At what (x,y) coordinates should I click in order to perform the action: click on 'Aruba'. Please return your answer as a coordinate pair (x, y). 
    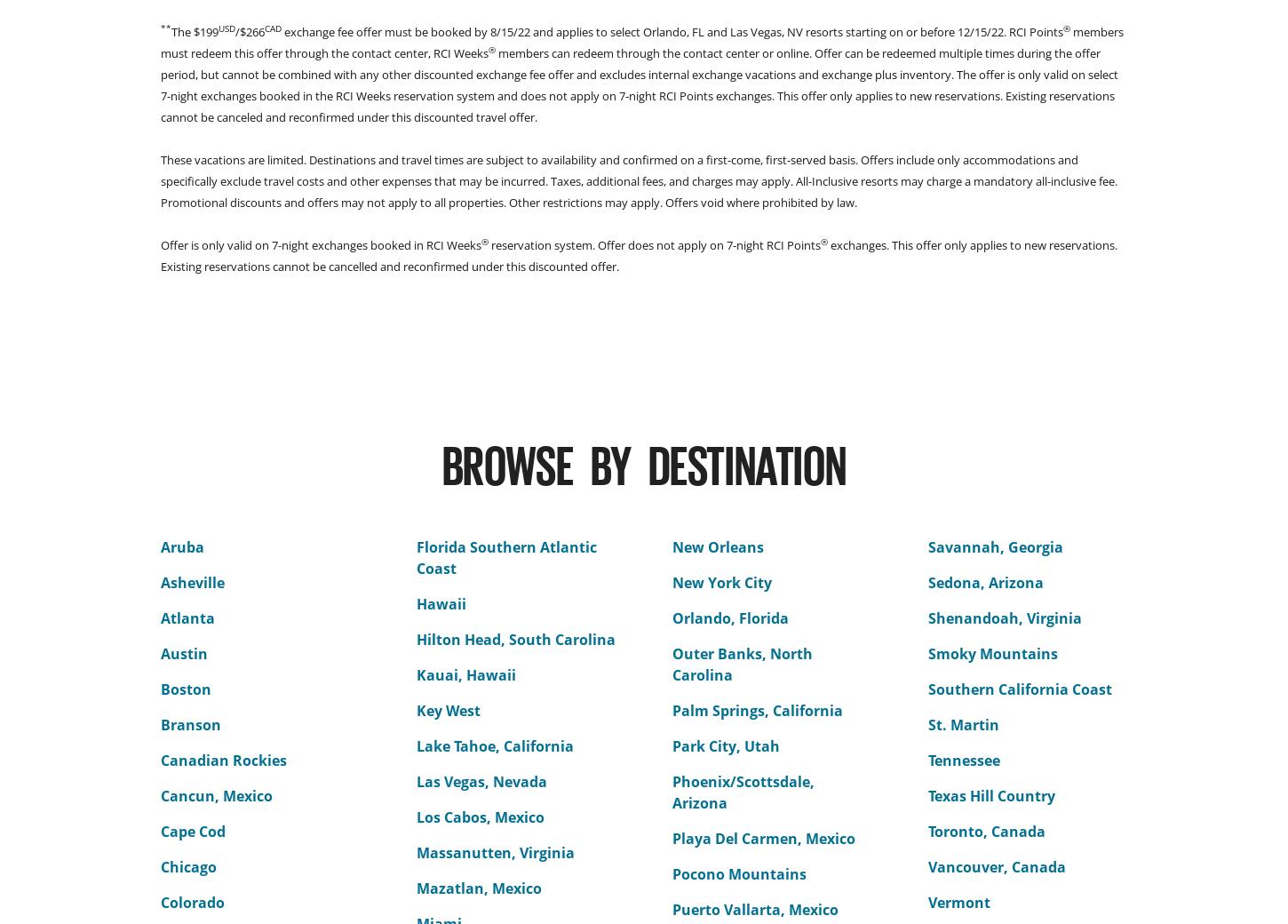
    Looking at the image, I should click on (181, 546).